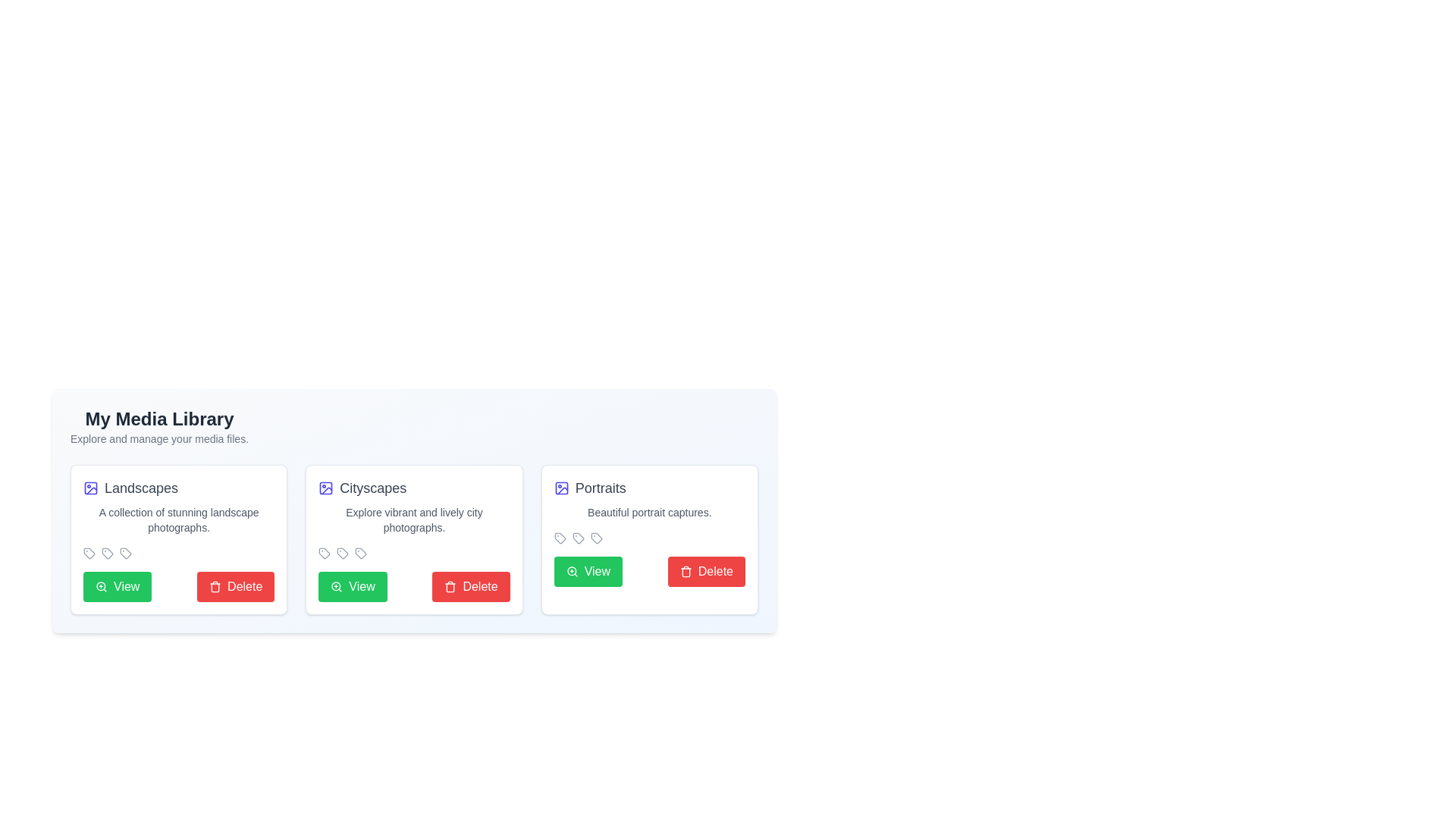 The width and height of the screenshot is (1456, 819). What do you see at coordinates (325, 488) in the screenshot?
I see `the small rectangle with rounded corners inside the photograph icon located at the top-left corner of the 'Landscapes' card` at bounding box center [325, 488].